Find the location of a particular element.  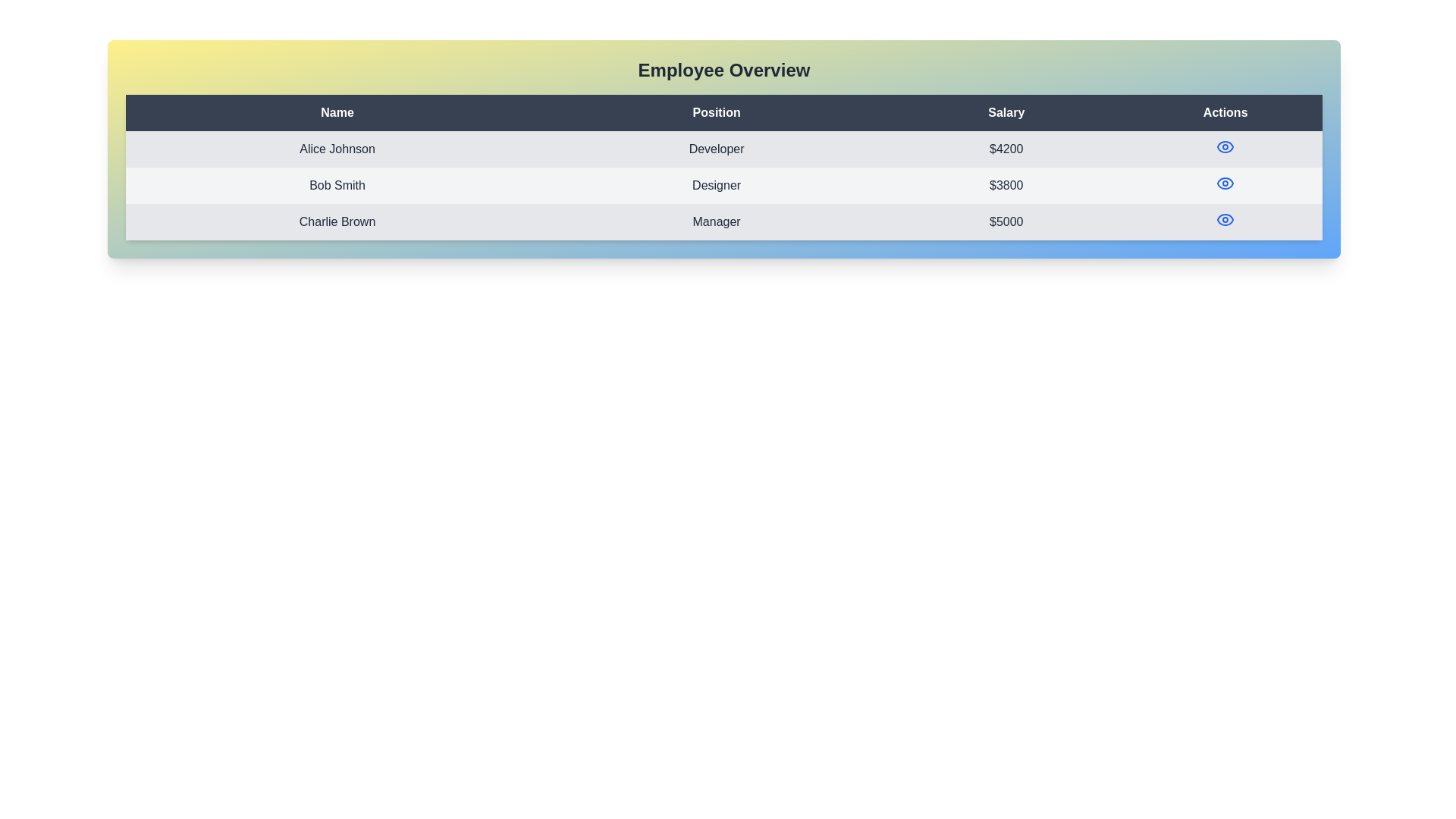

the static text label displaying the salary '$3800' in the 'Salary' column of the table is located at coordinates (1006, 185).